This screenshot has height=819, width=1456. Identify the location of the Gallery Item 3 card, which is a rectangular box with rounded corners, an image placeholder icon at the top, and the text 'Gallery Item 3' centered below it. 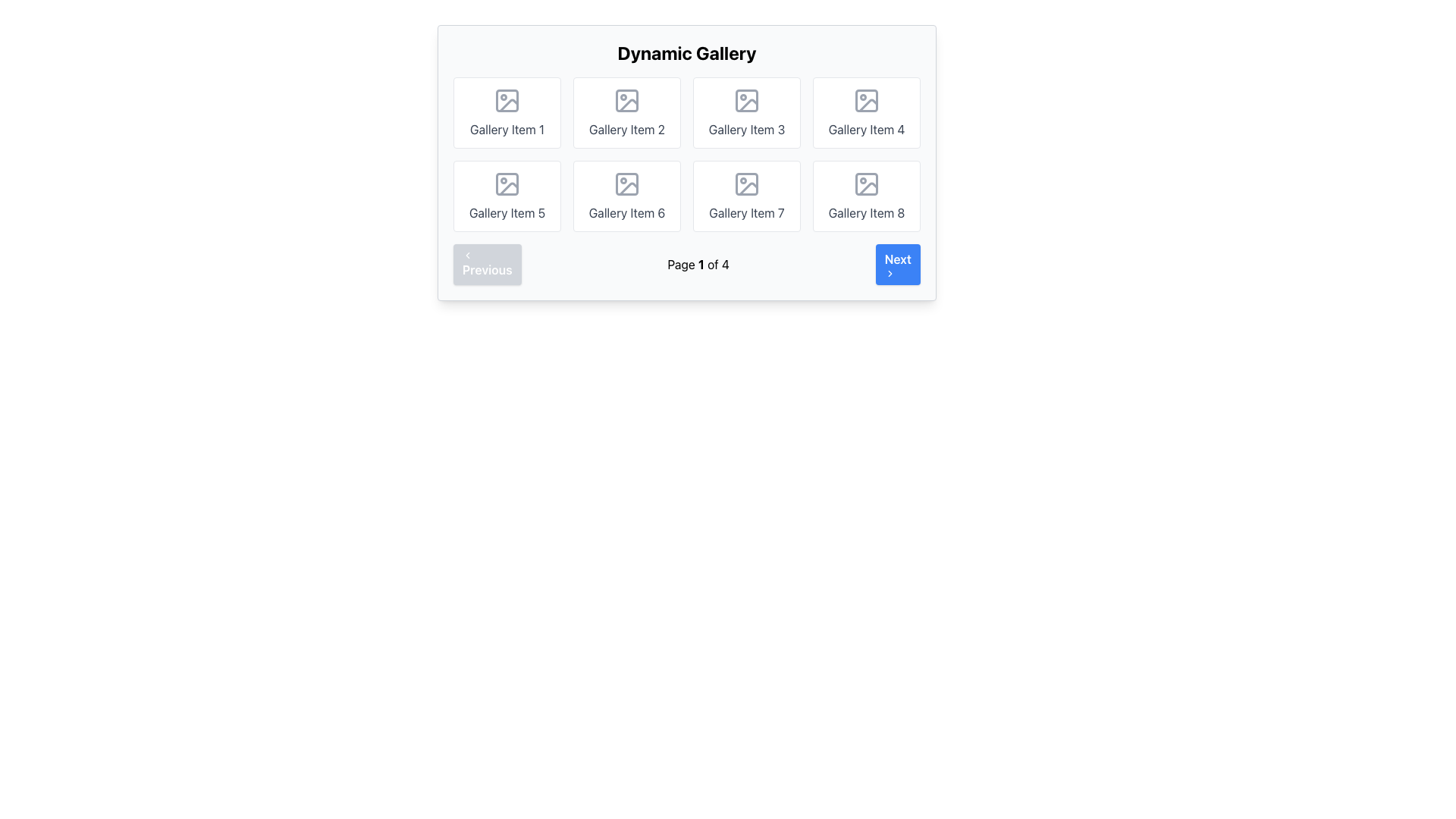
(746, 112).